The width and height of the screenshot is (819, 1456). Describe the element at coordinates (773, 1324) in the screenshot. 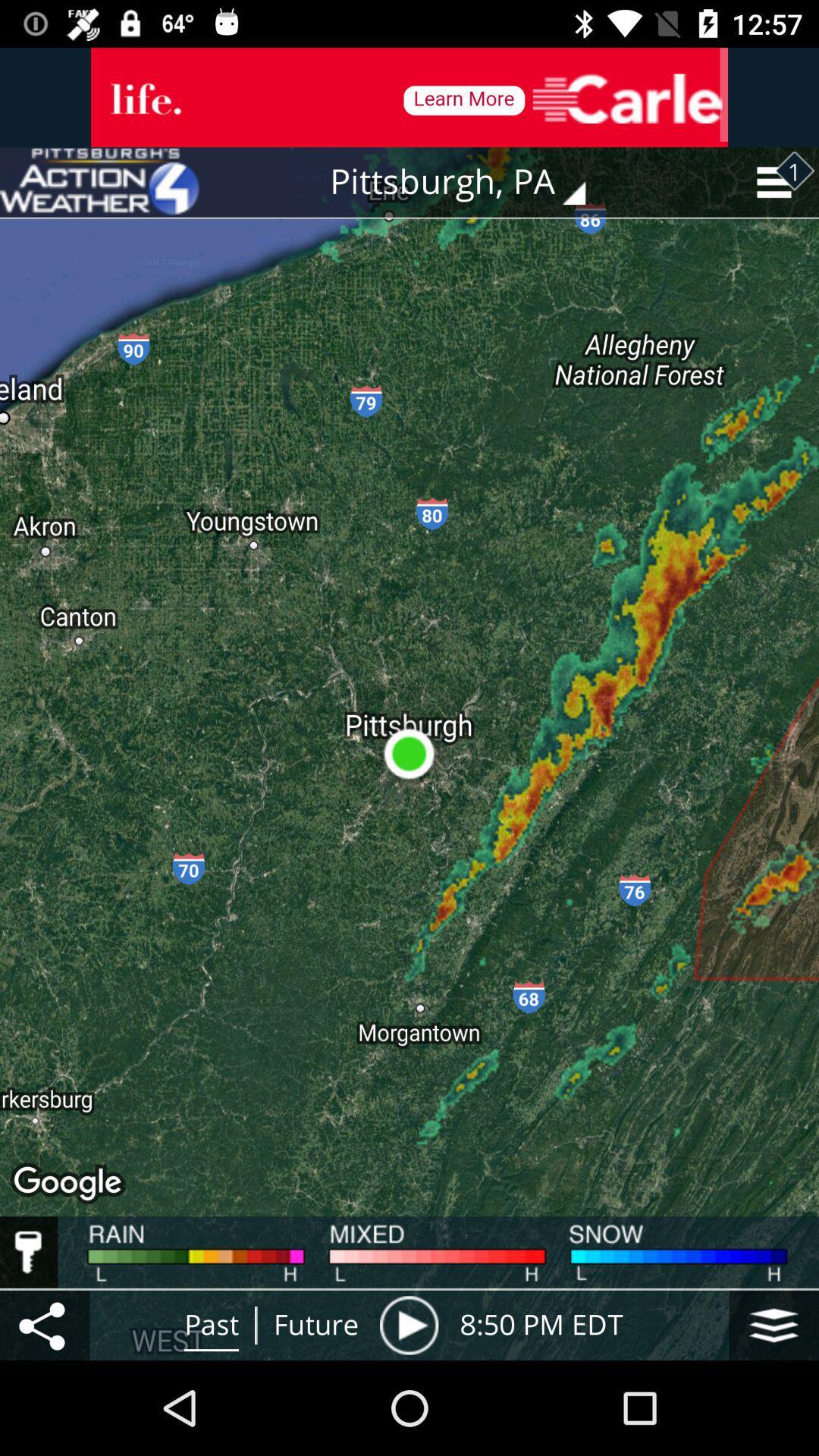

I see `open layers menu` at that location.